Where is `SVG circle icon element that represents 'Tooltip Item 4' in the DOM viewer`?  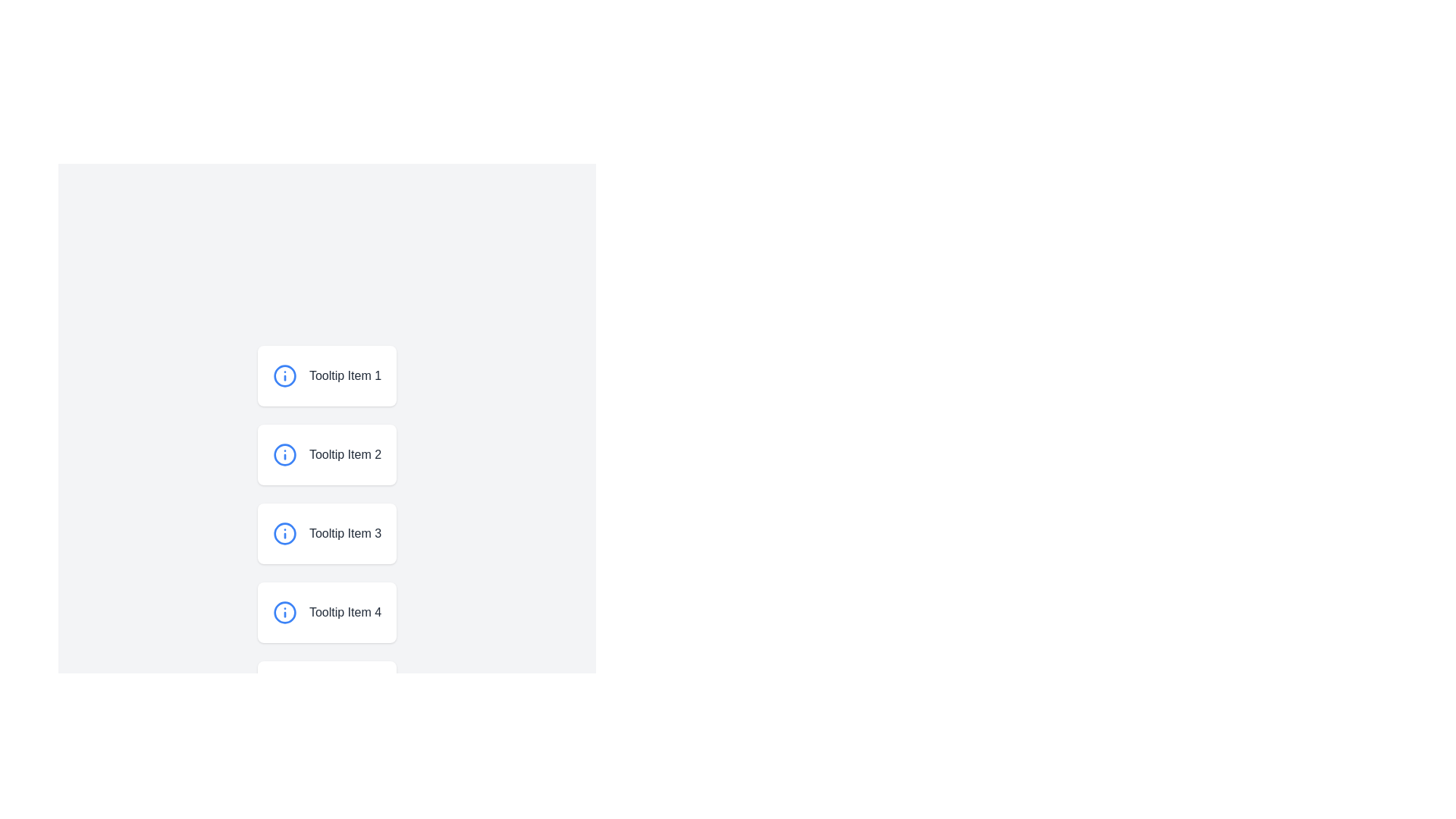 SVG circle icon element that represents 'Tooltip Item 4' in the DOM viewer is located at coordinates (284, 611).